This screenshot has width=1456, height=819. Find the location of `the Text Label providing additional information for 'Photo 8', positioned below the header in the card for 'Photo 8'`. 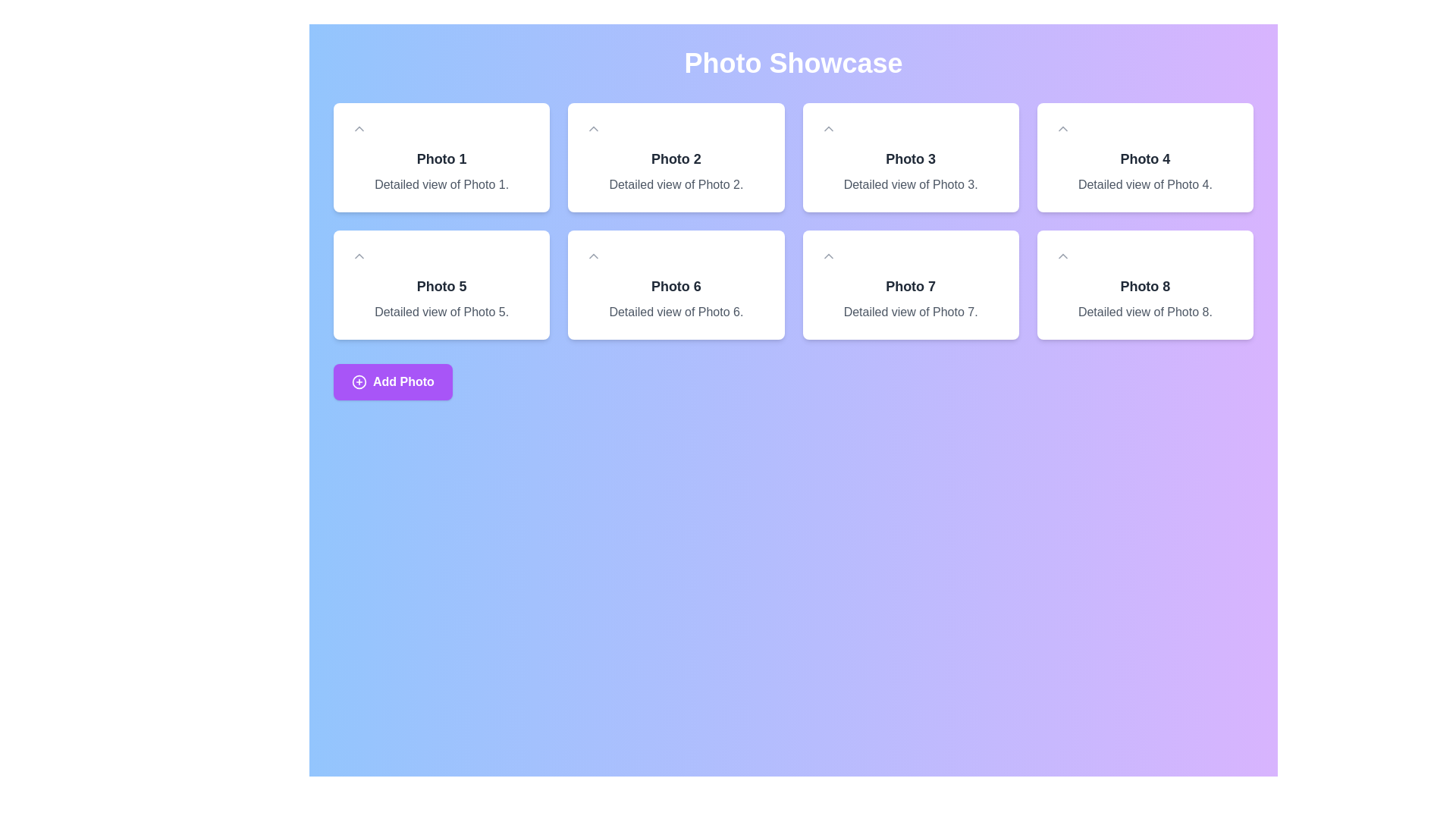

the Text Label providing additional information for 'Photo 8', positioned below the header in the card for 'Photo 8' is located at coordinates (1145, 312).